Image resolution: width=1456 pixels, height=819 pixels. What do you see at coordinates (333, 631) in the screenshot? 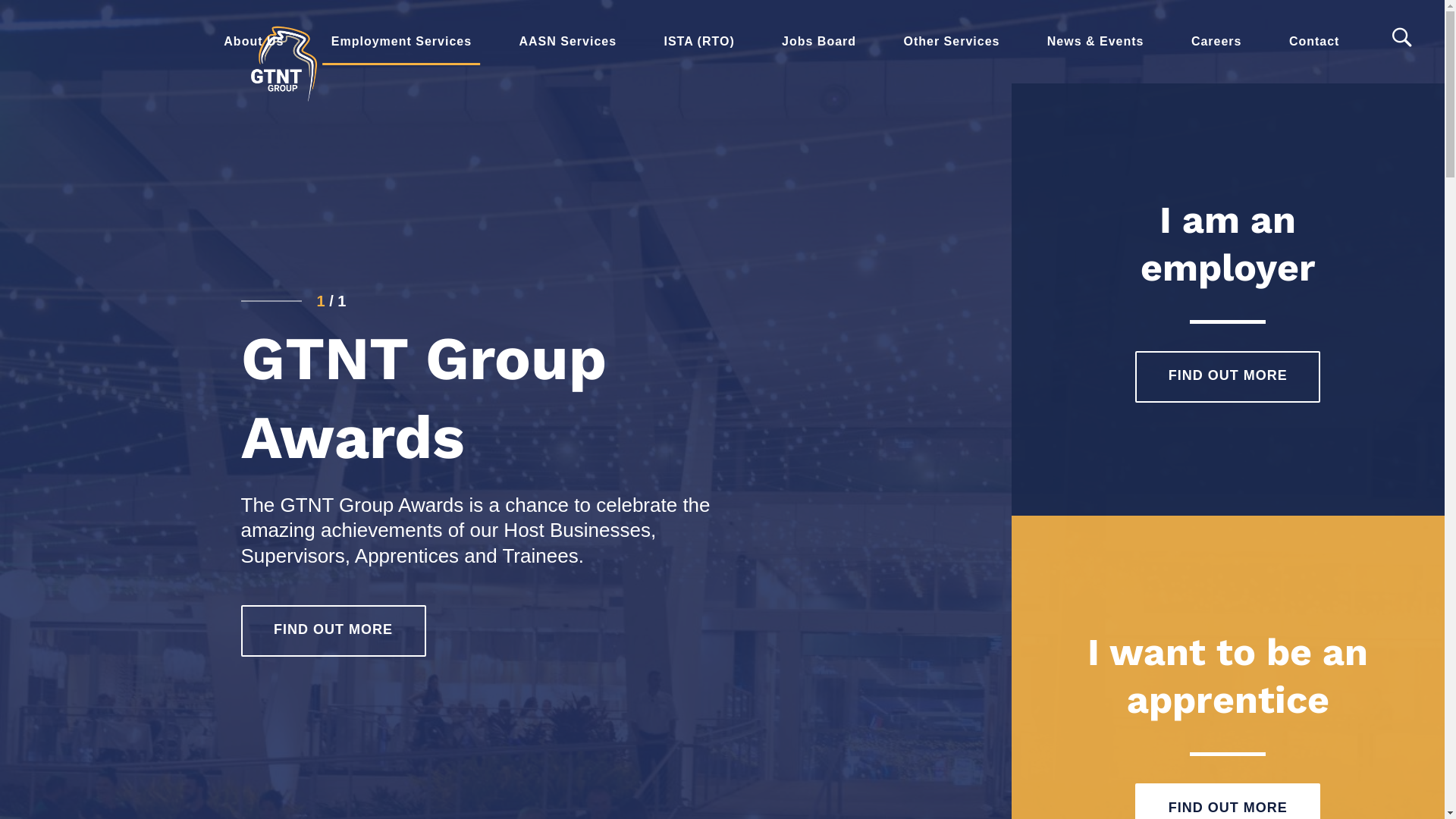
I see `'FIND OUT MORE'` at bounding box center [333, 631].